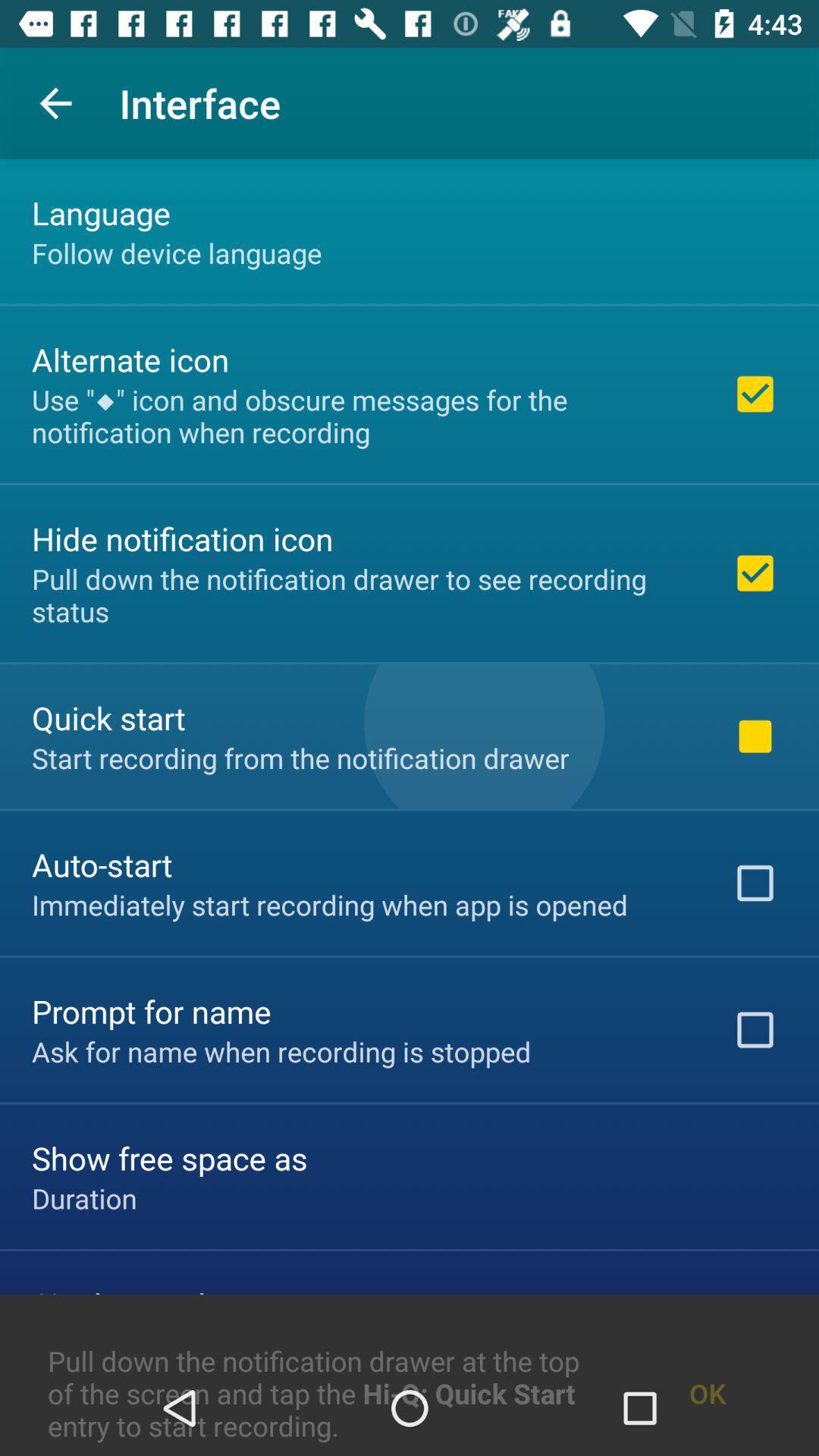 The width and height of the screenshot is (819, 1456). Describe the element at coordinates (169, 1156) in the screenshot. I see `show free space item` at that location.